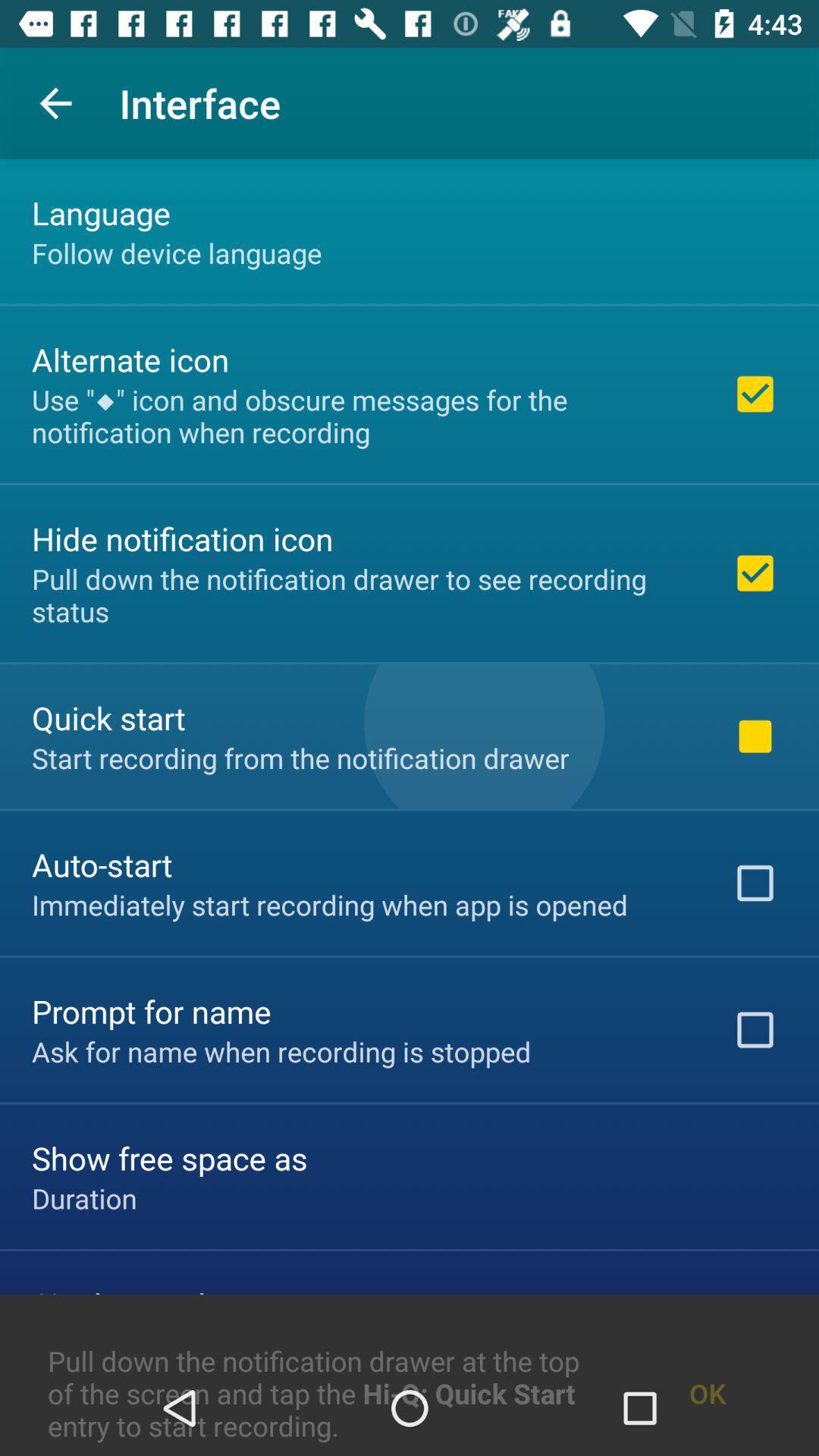 The width and height of the screenshot is (819, 1456). Describe the element at coordinates (169, 1156) in the screenshot. I see `show free space item` at that location.